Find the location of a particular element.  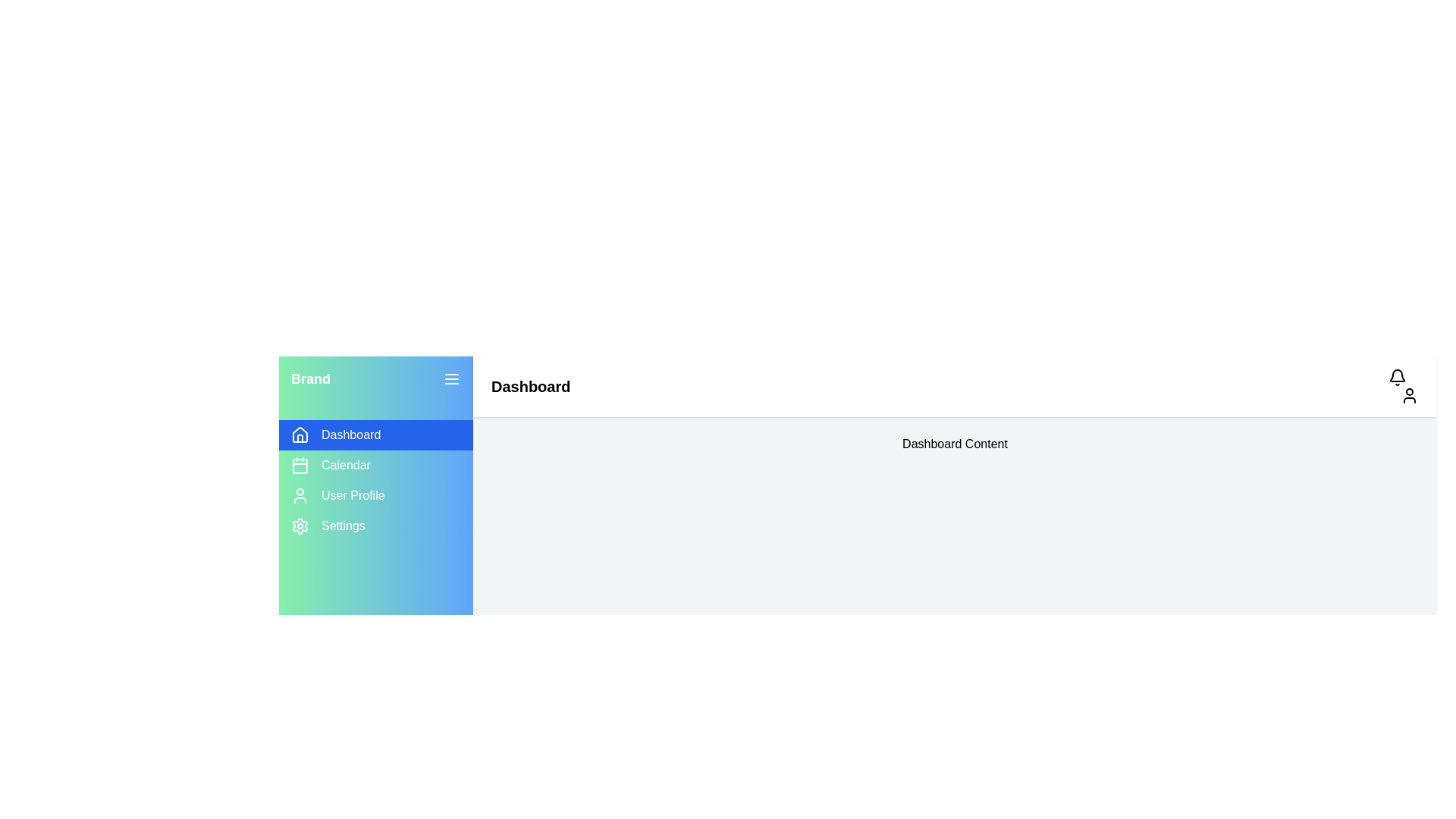

the bold, large-sized text label reading 'Brand', which is styled in white and located in the top left corner of the interface within the navigation sidebar is located at coordinates (309, 378).